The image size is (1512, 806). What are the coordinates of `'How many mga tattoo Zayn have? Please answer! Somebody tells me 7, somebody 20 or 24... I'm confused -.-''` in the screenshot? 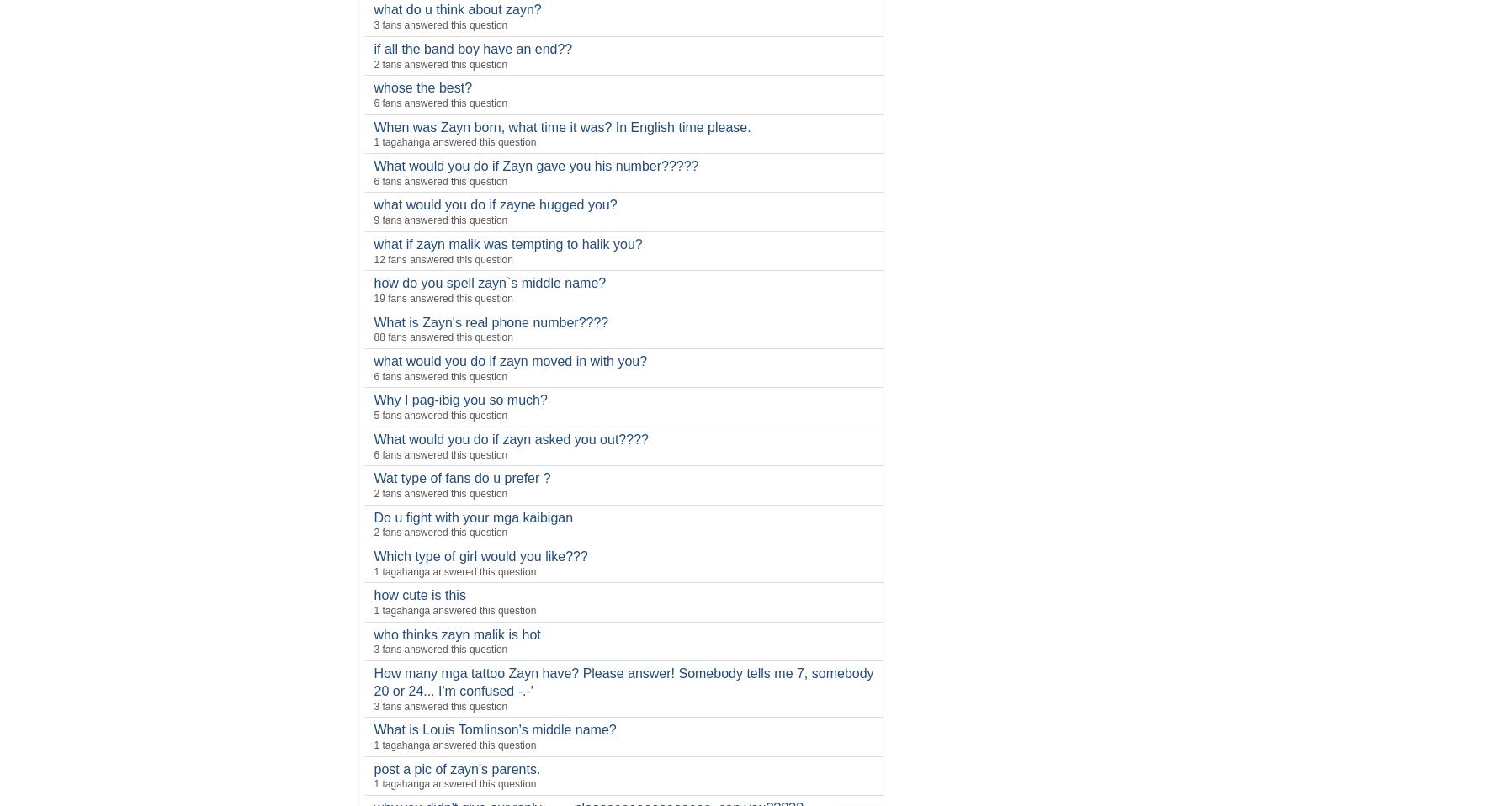 It's located at (623, 681).